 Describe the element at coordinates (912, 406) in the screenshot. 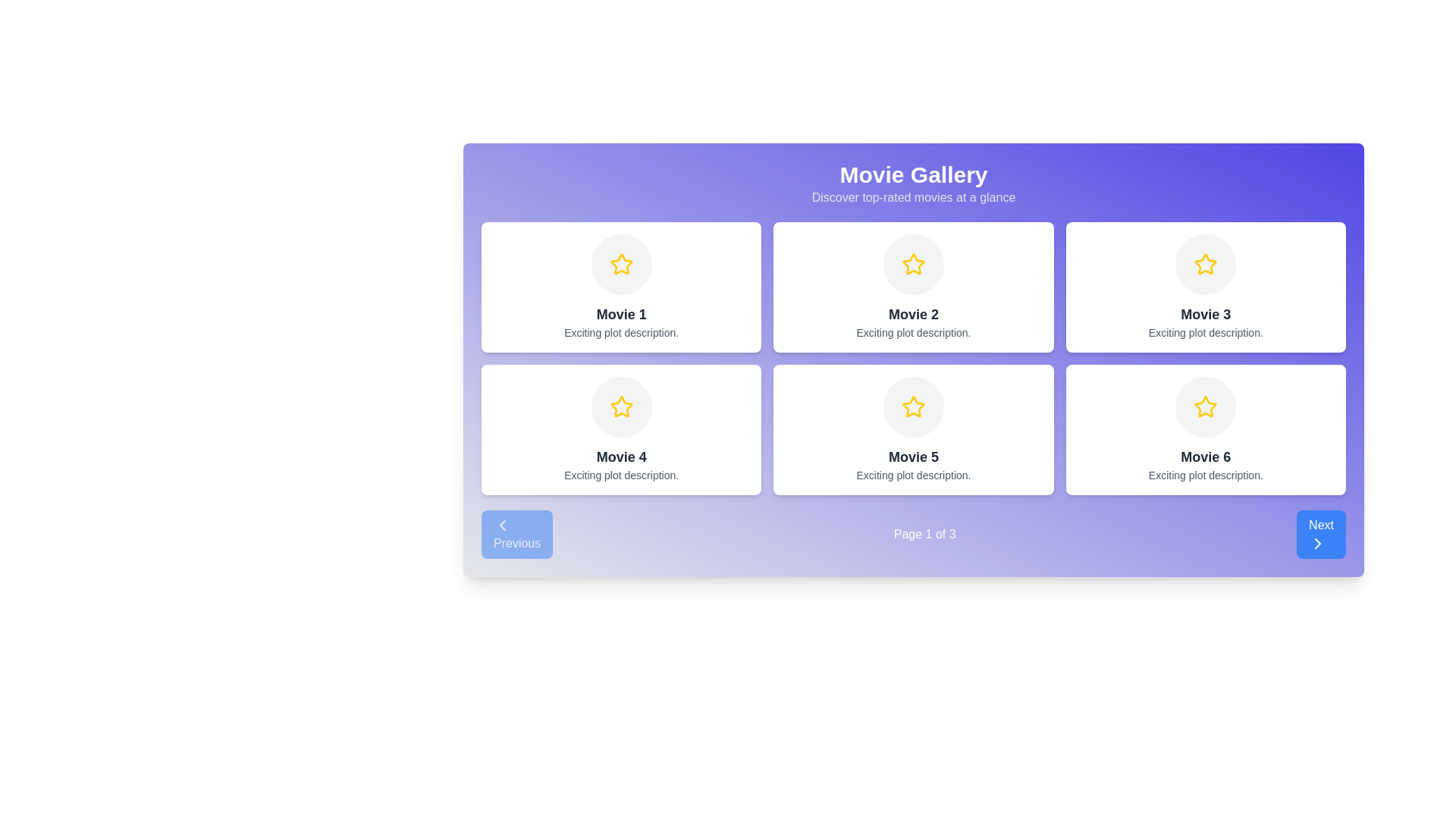

I see `the star icon located at the top of the 'Movie 5' card, which serves as a visual representation for rating or indicating a favorite status` at that location.